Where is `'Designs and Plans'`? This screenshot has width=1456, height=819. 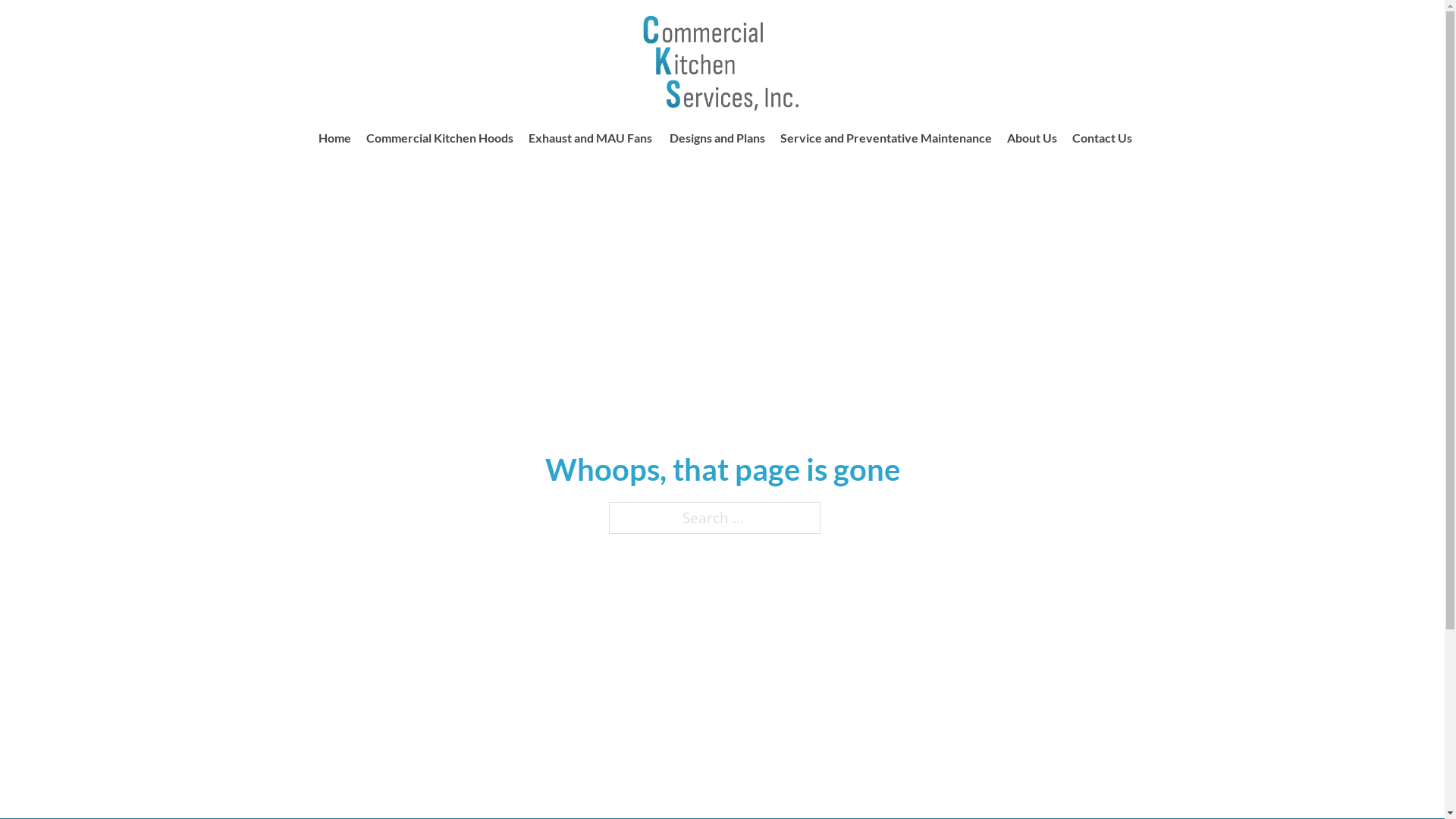
'Designs and Plans' is located at coordinates (716, 137).